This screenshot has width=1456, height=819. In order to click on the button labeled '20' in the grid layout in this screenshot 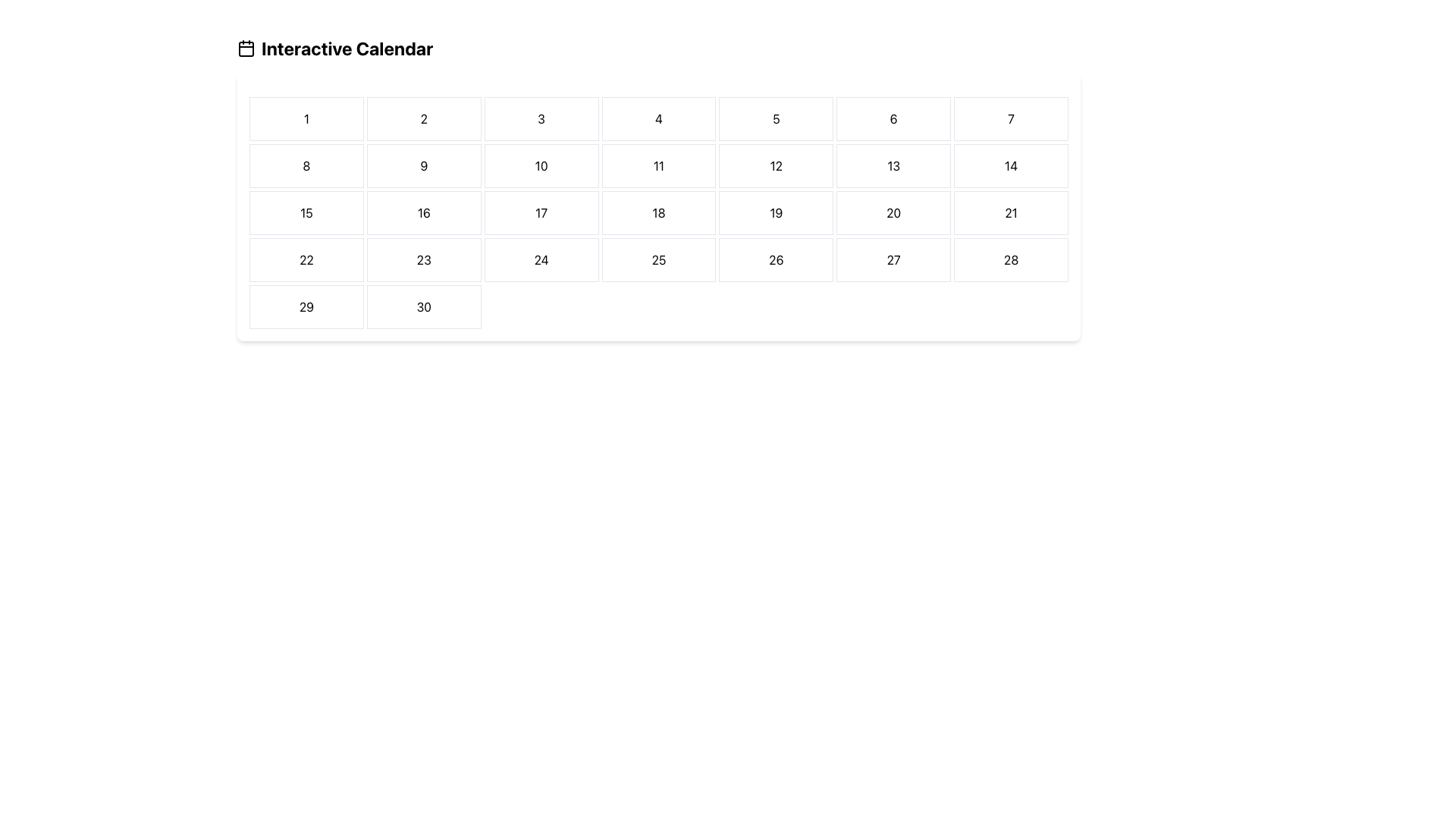, I will do `click(893, 213)`.